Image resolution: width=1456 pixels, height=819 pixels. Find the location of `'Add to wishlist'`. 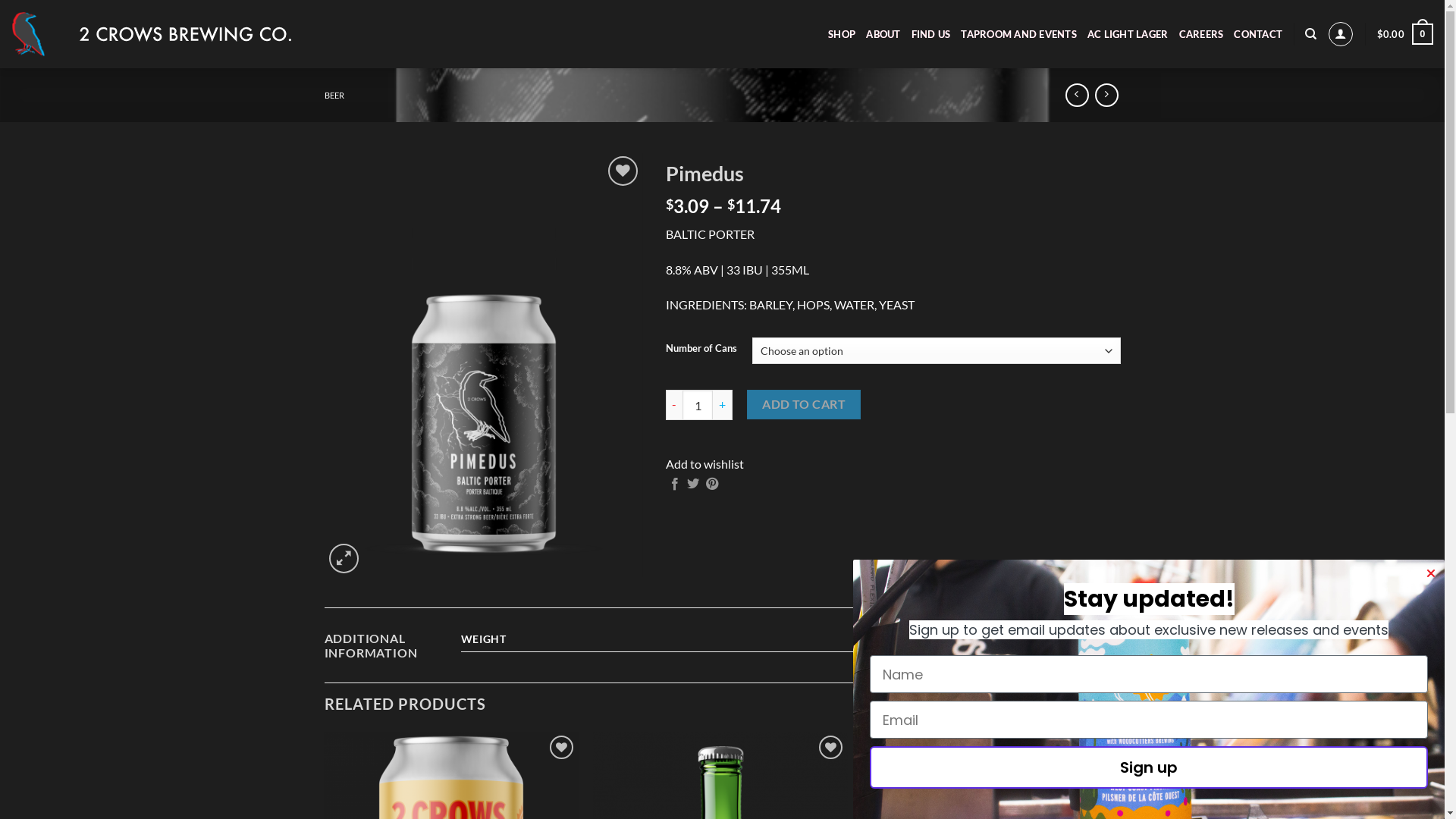

'Add to wishlist' is located at coordinates (704, 463).